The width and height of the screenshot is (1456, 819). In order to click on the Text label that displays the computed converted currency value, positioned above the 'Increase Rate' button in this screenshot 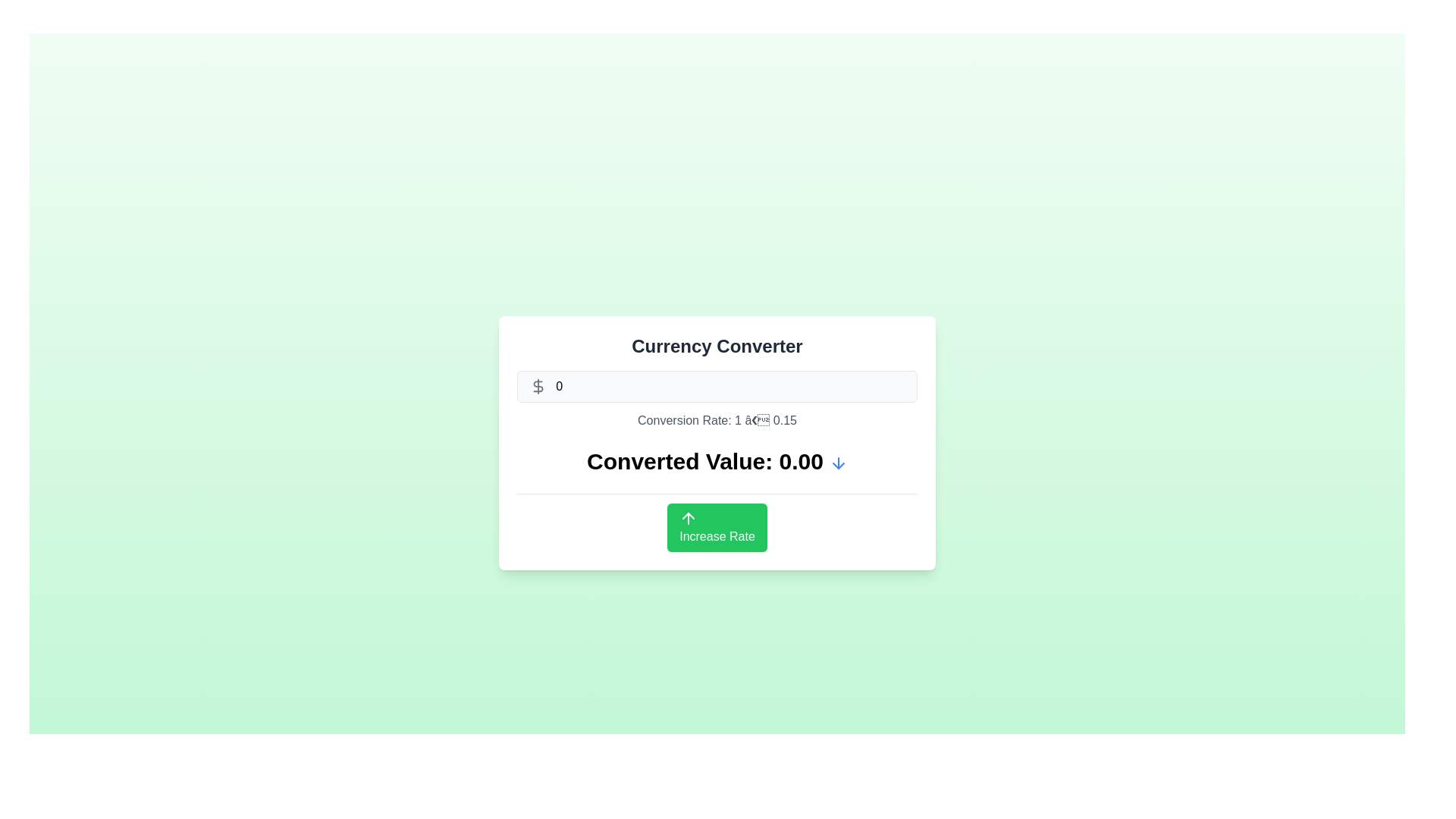, I will do `click(716, 460)`.